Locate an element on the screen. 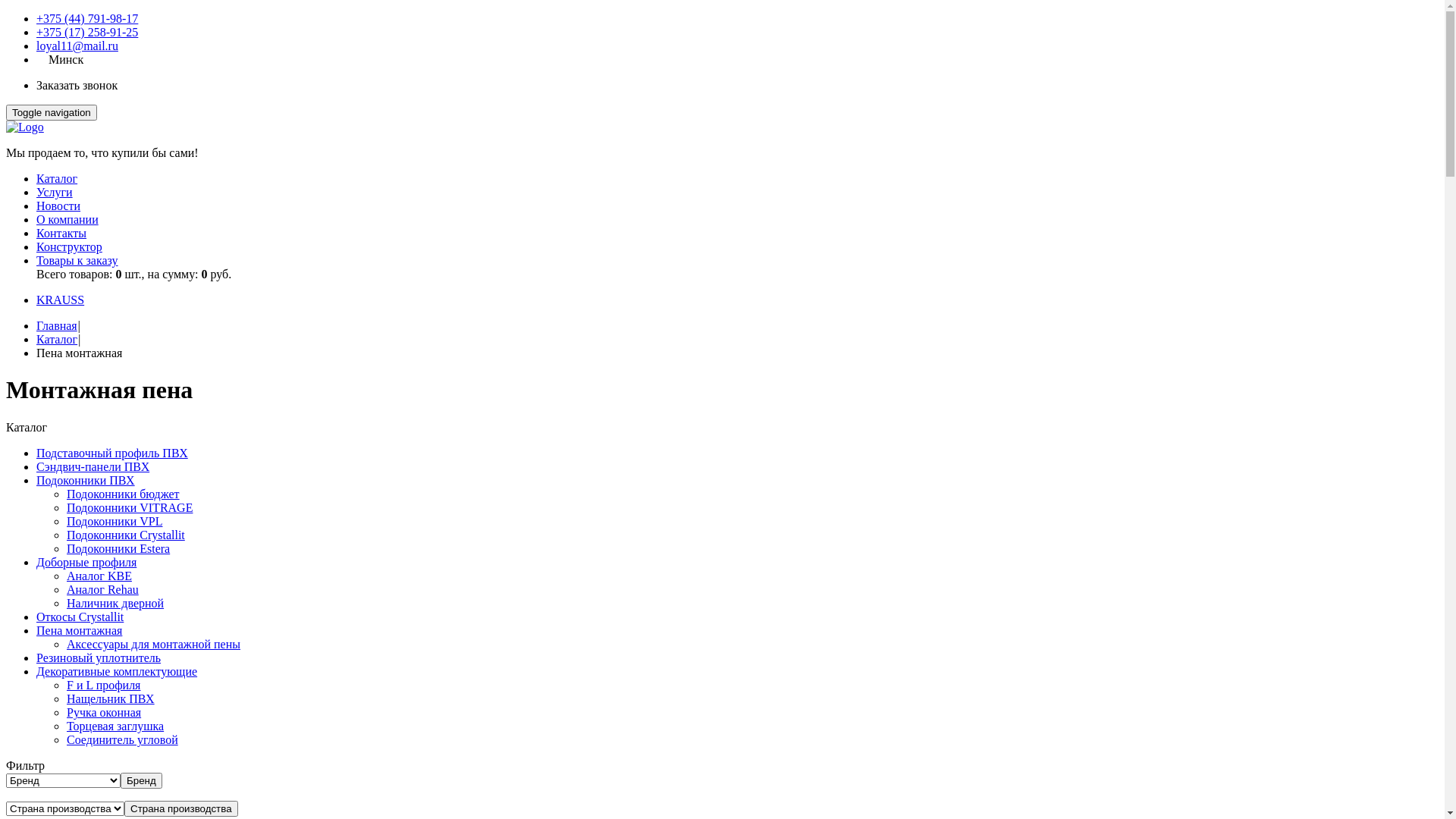 This screenshot has width=1456, height=819. '+375 (17) 258-91-25' is located at coordinates (86, 32).